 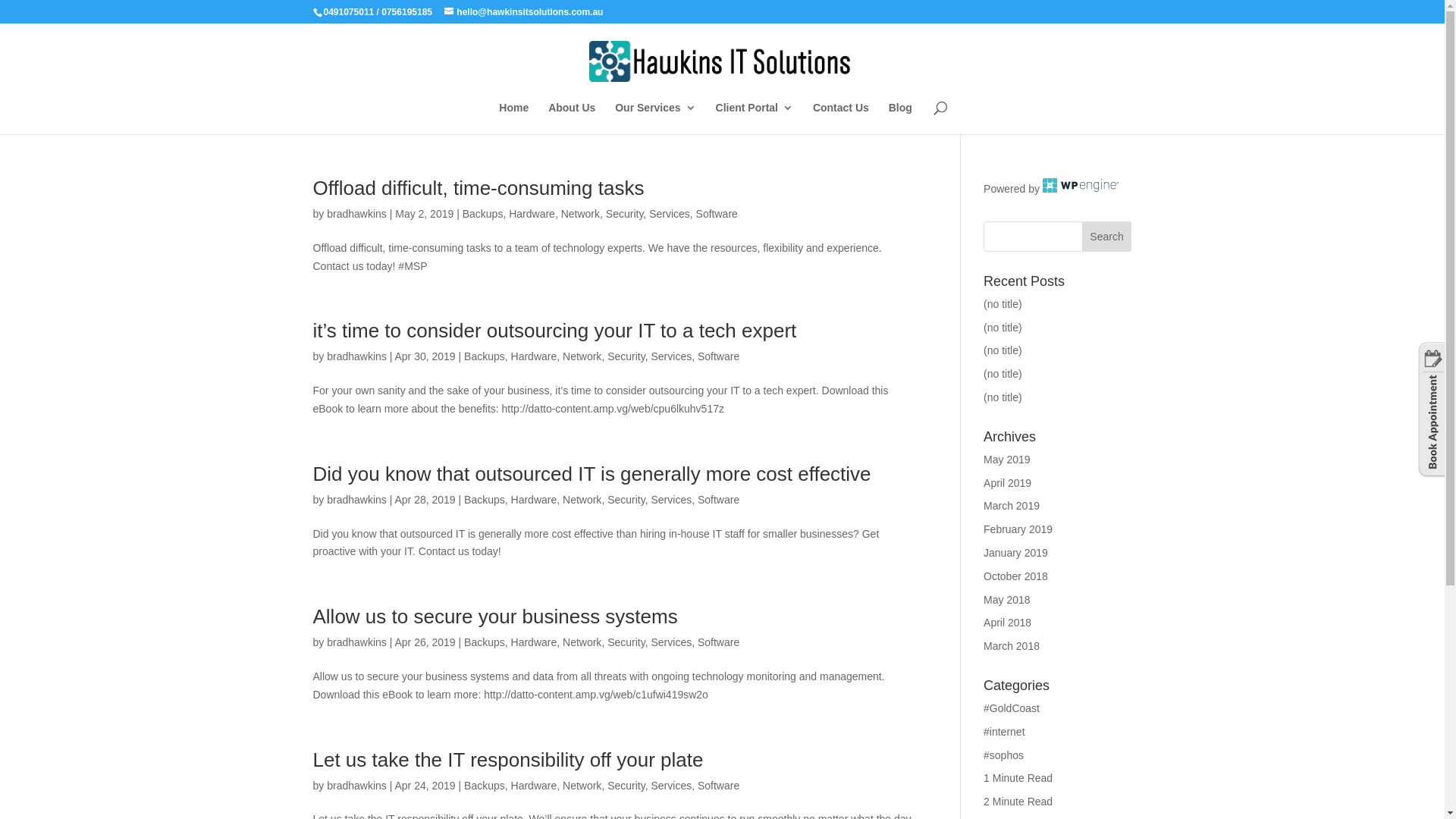 I want to click on '#GoldCoast', so click(x=1012, y=708).